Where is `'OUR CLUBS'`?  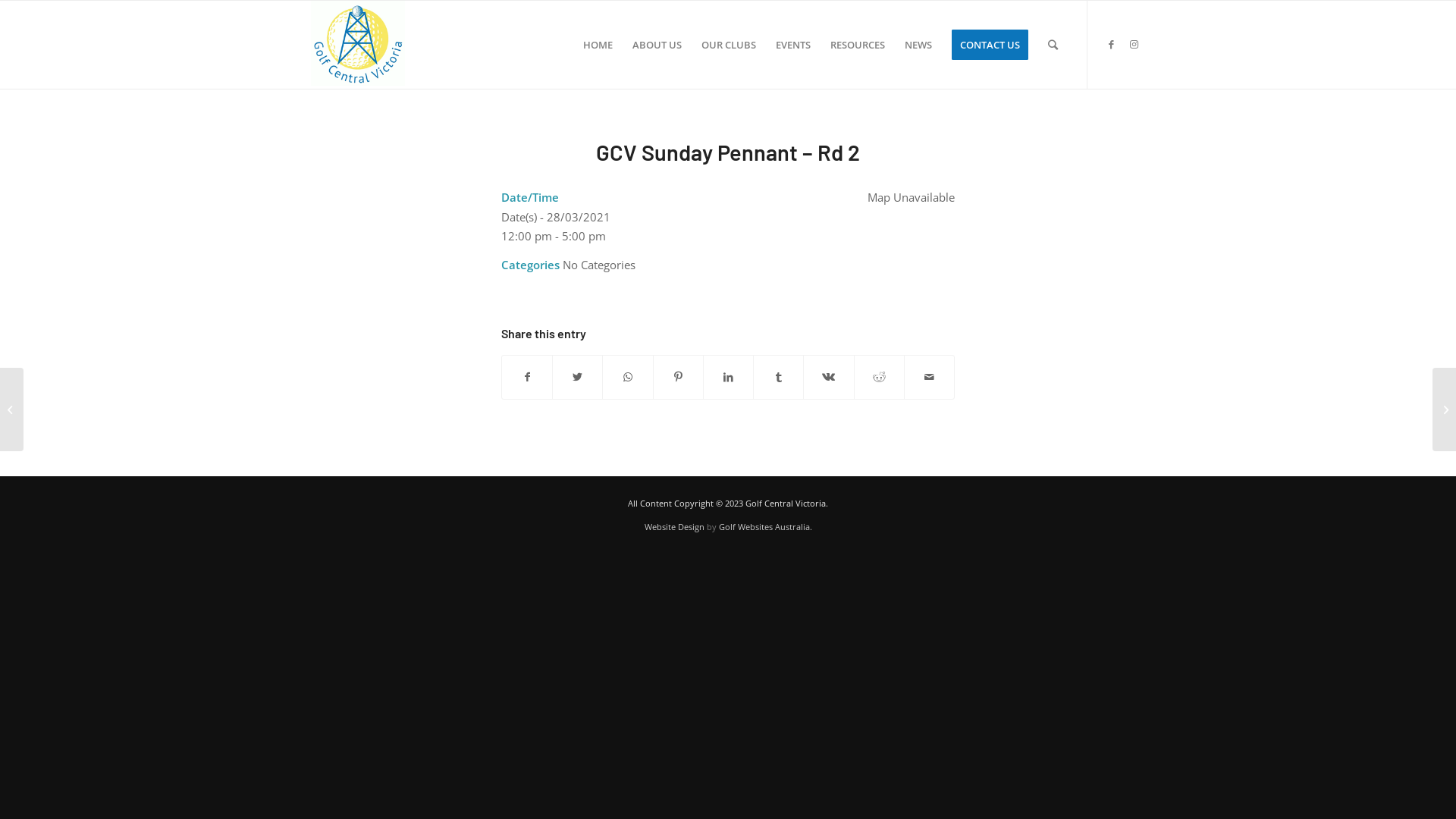 'OUR CLUBS' is located at coordinates (728, 43).